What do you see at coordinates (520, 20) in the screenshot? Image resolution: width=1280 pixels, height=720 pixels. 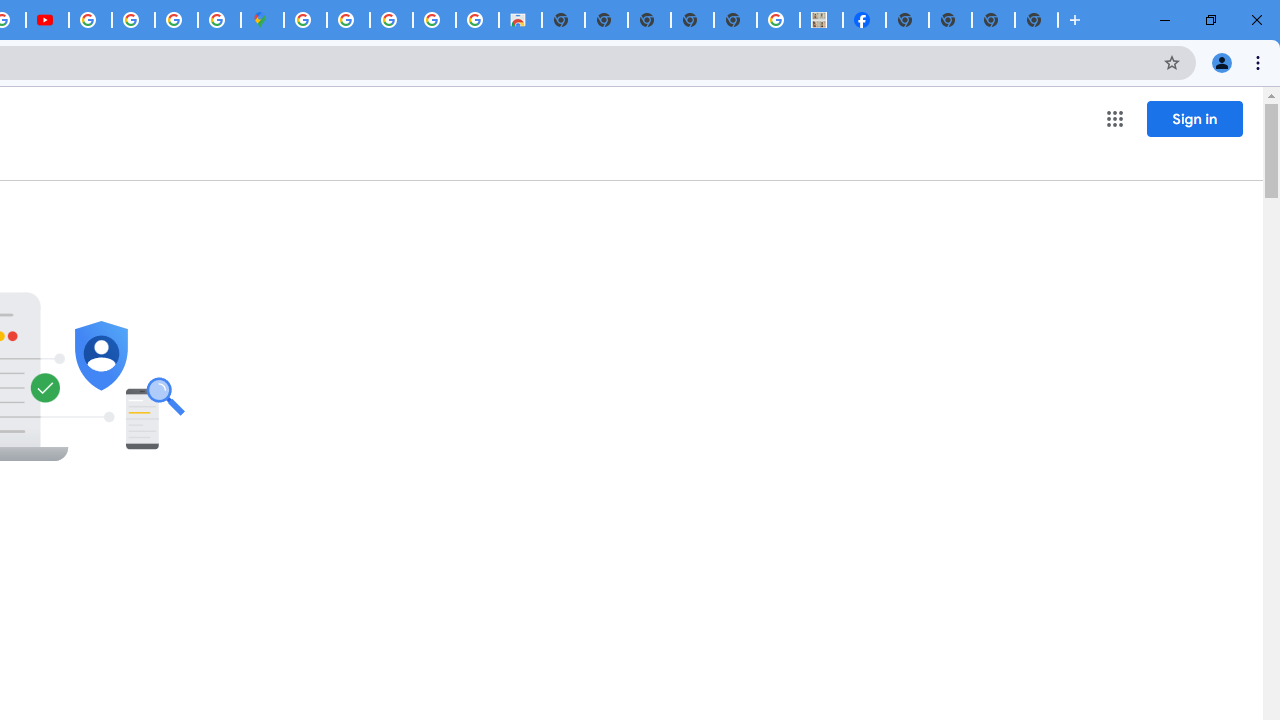 I see `'Chrome Web Store - Shopping'` at bounding box center [520, 20].